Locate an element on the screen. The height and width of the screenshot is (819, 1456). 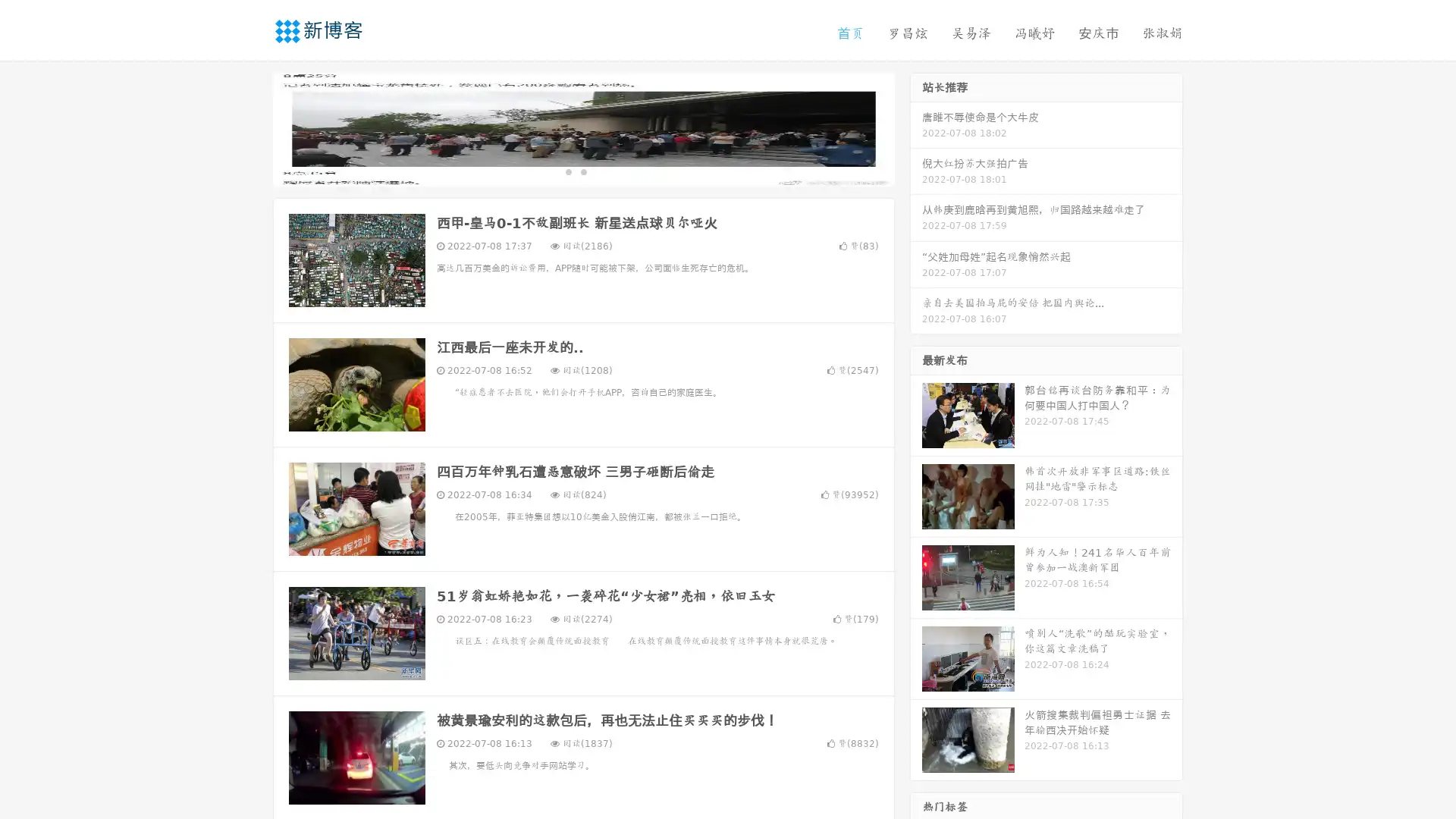
Previous slide is located at coordinates (250, 127).